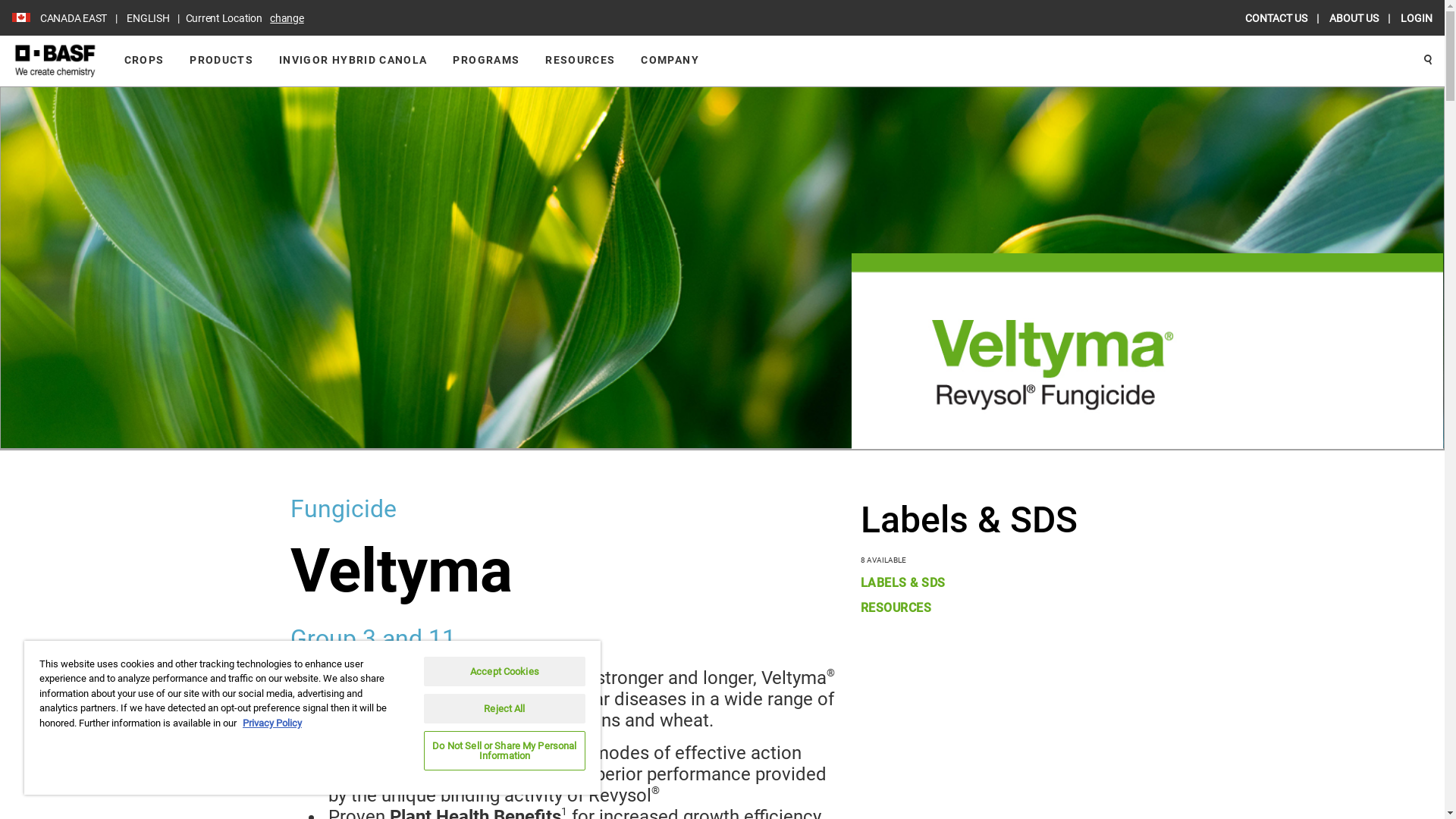 This screenshot has width=1456, height=819. I want to click on 'change', so click(287, 17).